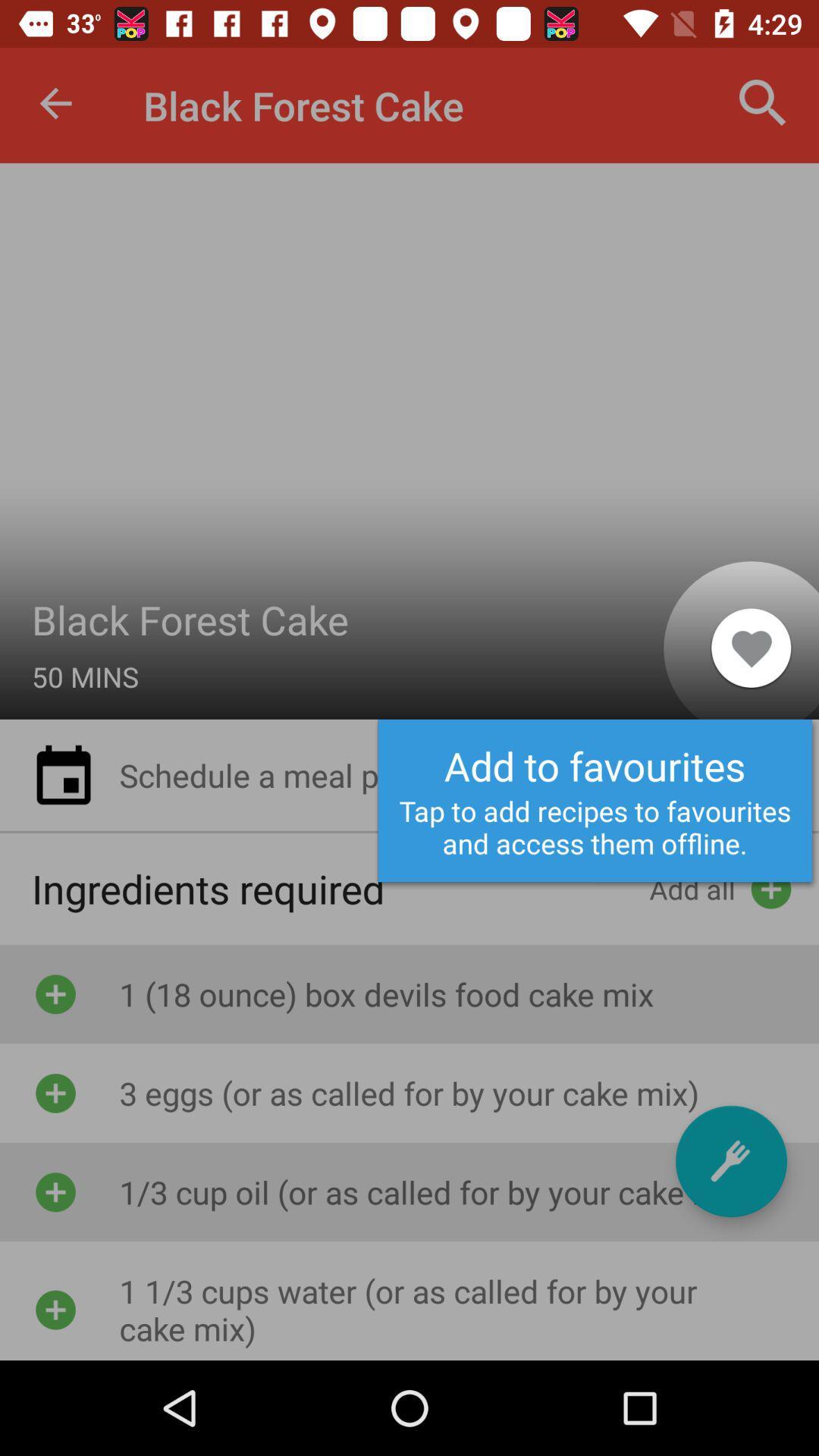 The width and height of the screenshot is (819, 1456). Describe the element at coordinates (730, 1160) in the screenshot. I see `the edit icon` at that location.